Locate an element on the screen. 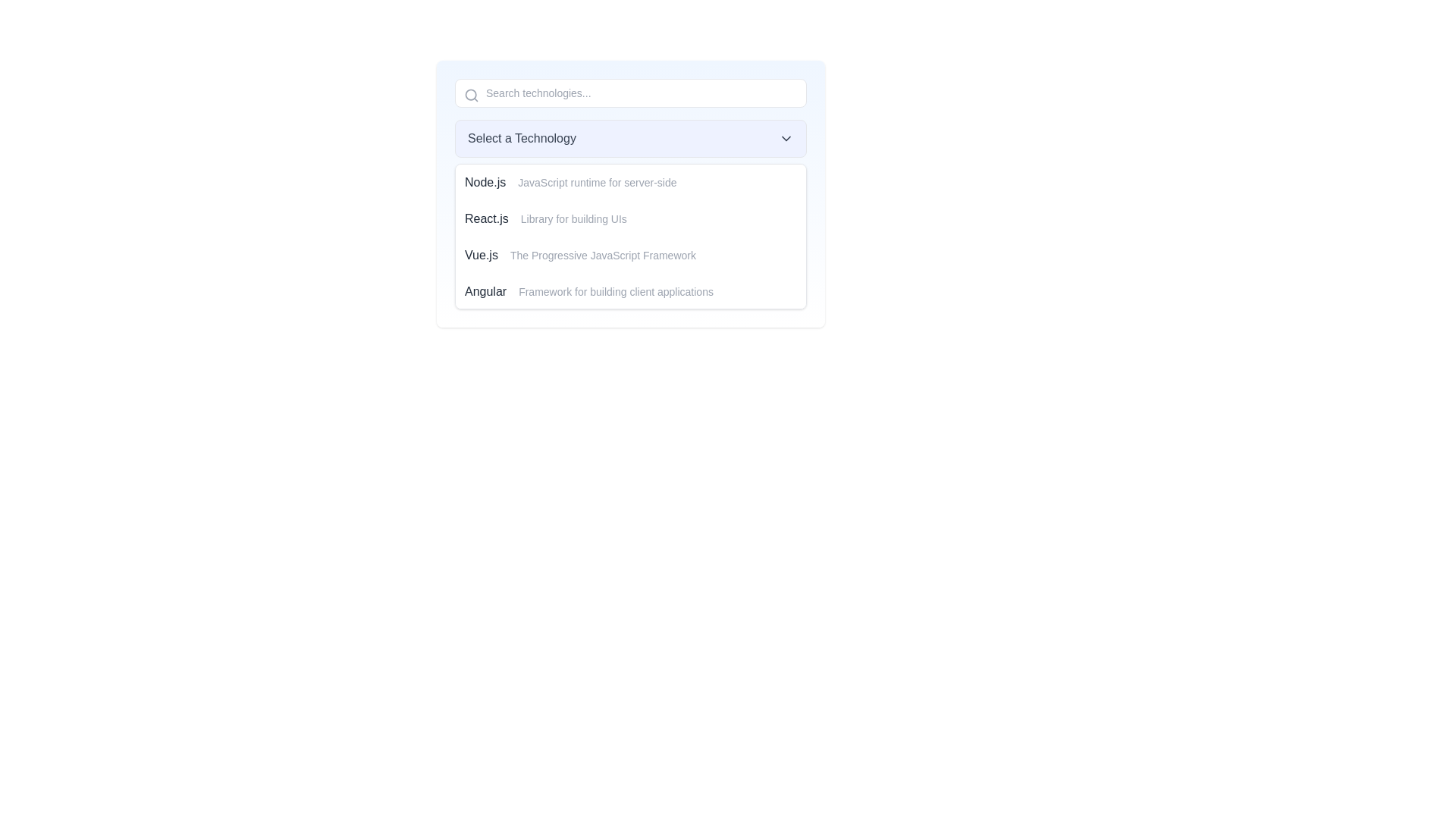  descriptive text that displays the phrase 'Library for building UIs', which is a smaller, gray-colored text component located beside the larger text 'React.js' in the 'Select a Technology' dropdown is located at coordinates (573, 219).